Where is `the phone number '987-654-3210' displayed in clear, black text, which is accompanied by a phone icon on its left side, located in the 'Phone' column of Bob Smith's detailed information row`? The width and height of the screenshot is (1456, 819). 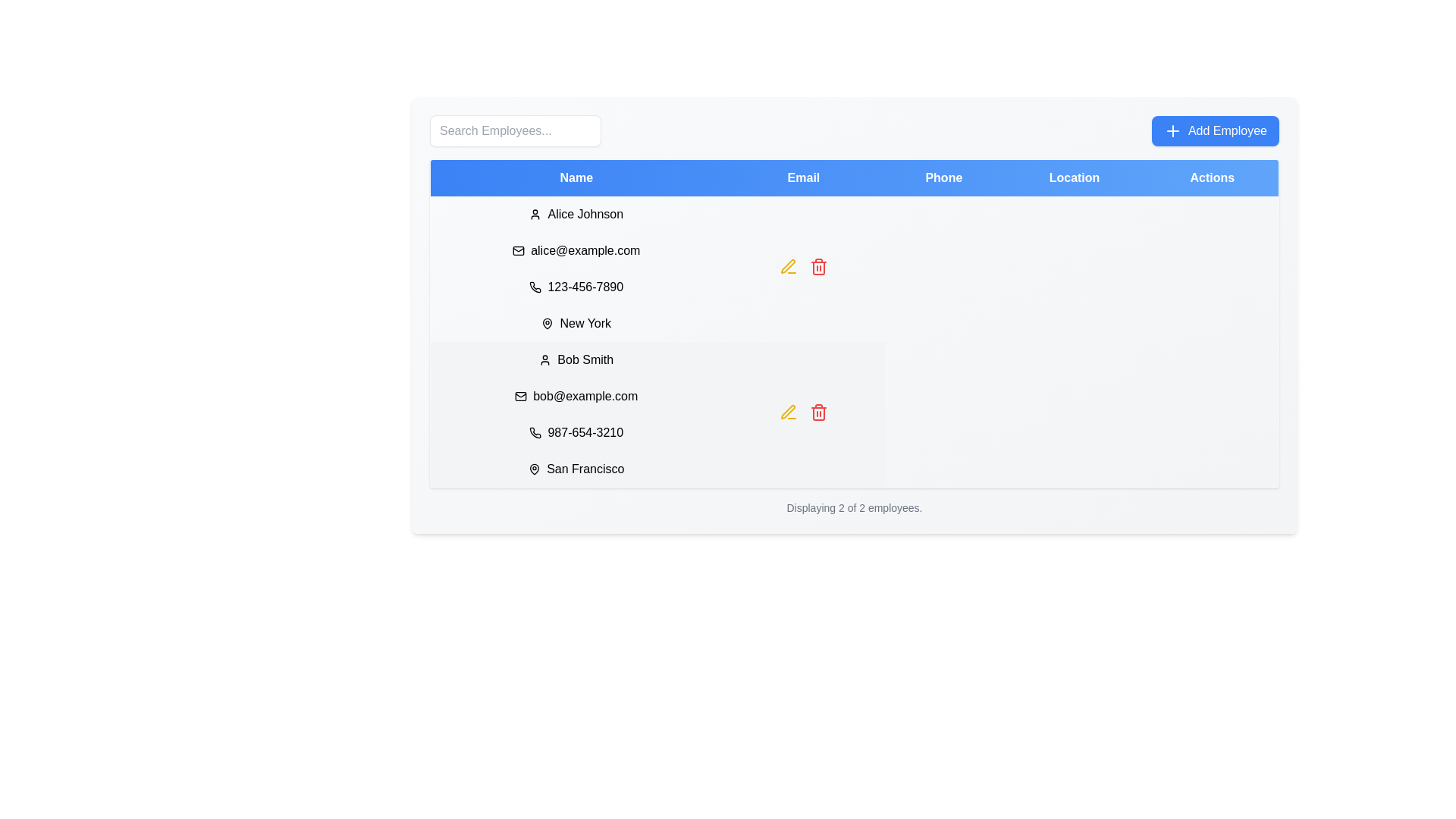 the phone number '987-654-3210' displayed in clear, black text, which is accompanied by a phone icon on its left side, located in the 'Phone' column of Bob Smith's detailed information row is located at coordinates (576, 432).